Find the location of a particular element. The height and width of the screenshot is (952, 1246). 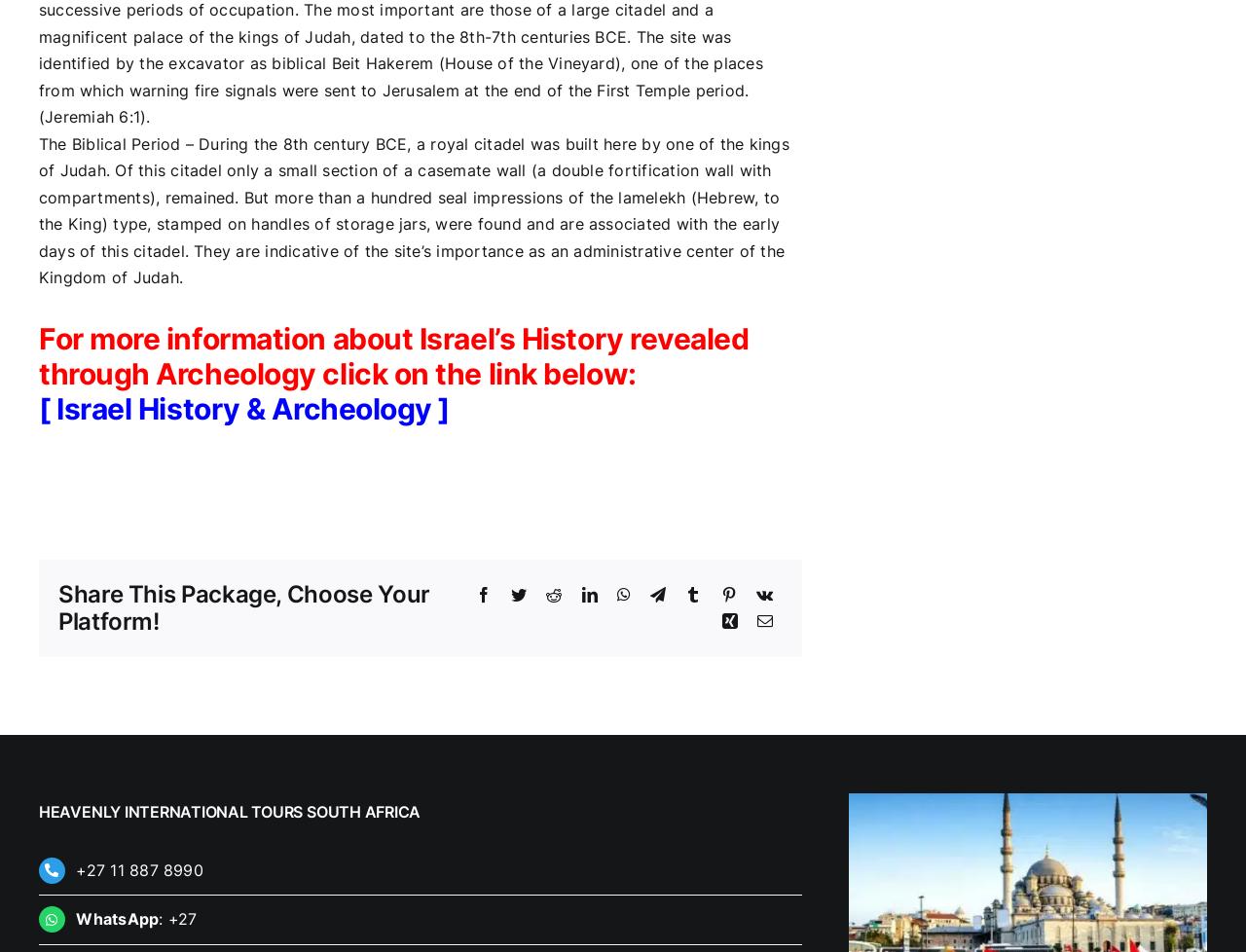

':' is located at coordinates (163, 917).